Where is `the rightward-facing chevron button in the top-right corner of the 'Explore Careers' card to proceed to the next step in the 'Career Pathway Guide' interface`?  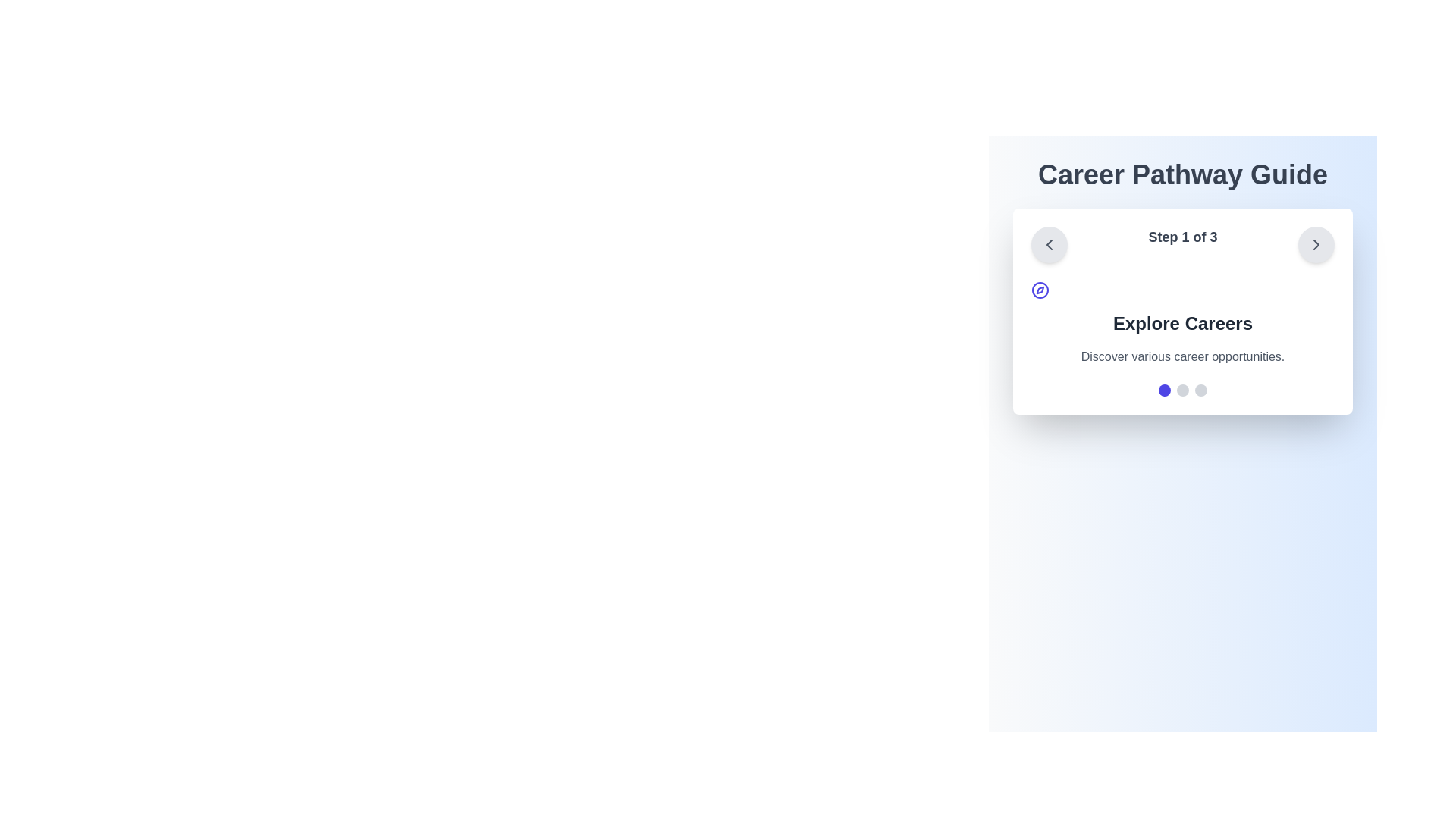 the rightward-facing chevron button in the top-right corner of the 'Explore Careers' card to proceed to the next step in the 'Career Pathway Guide' interface is located at coordinates (1314, 244).